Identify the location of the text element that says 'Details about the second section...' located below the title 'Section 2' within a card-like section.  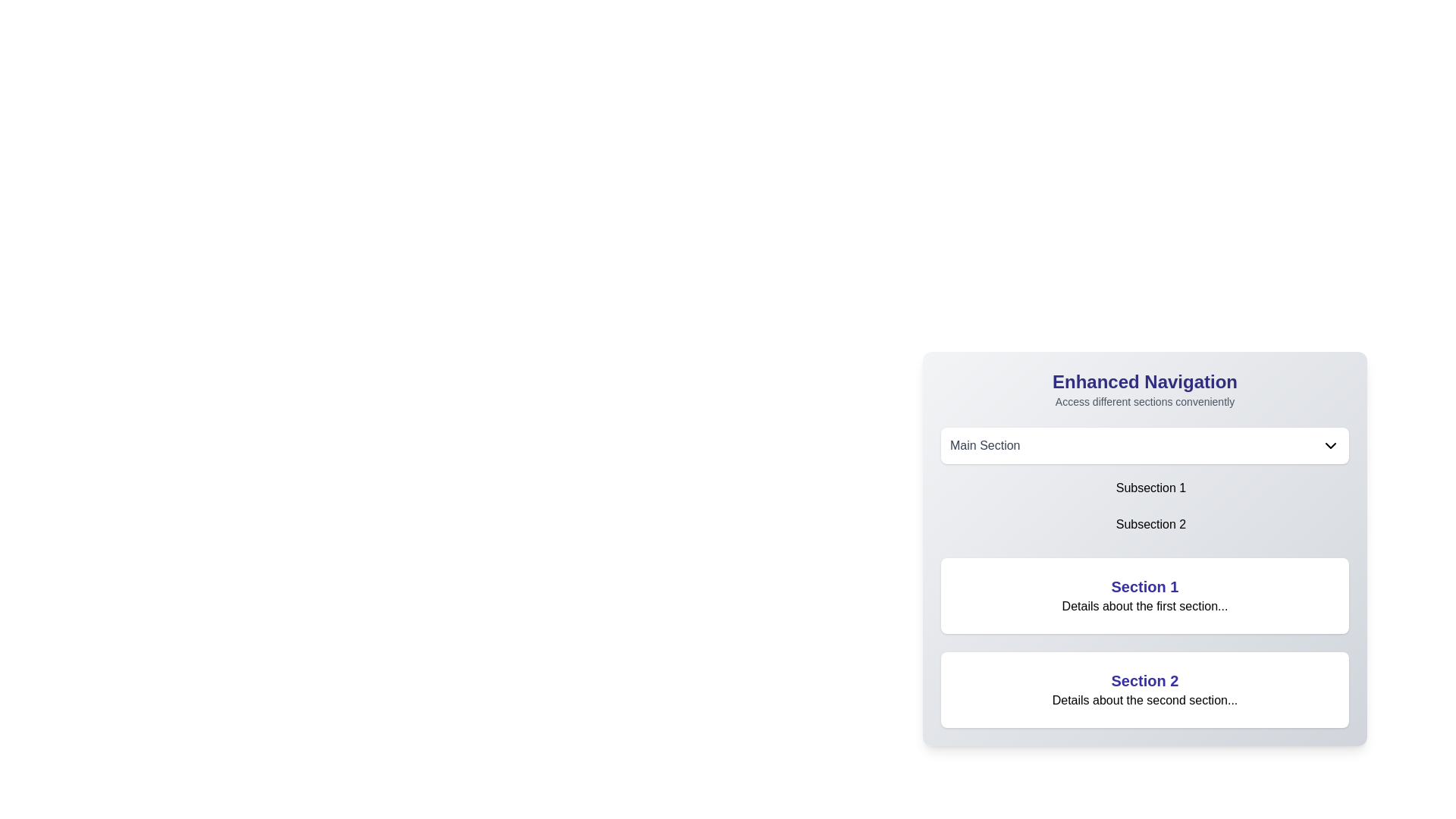
(1145, 701).